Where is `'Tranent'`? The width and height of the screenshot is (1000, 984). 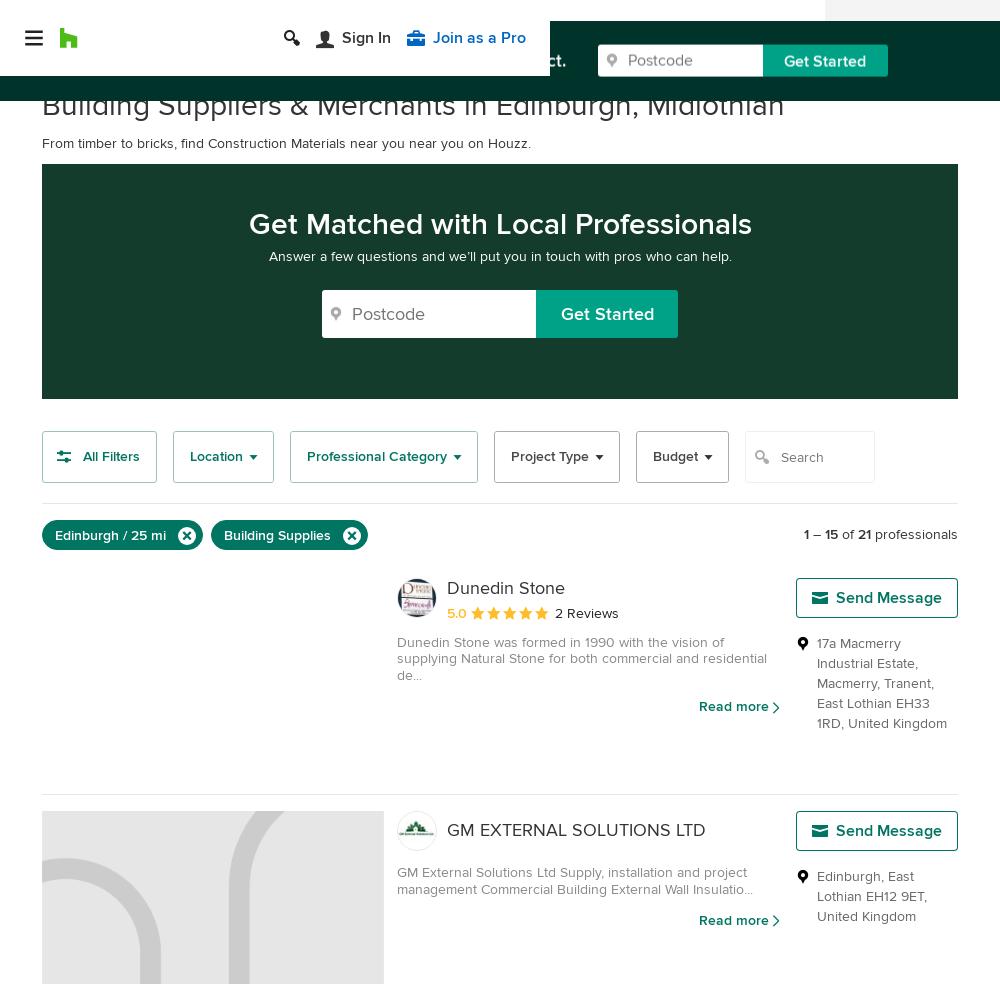 'Tranent' is located at coordinates (907, 683).